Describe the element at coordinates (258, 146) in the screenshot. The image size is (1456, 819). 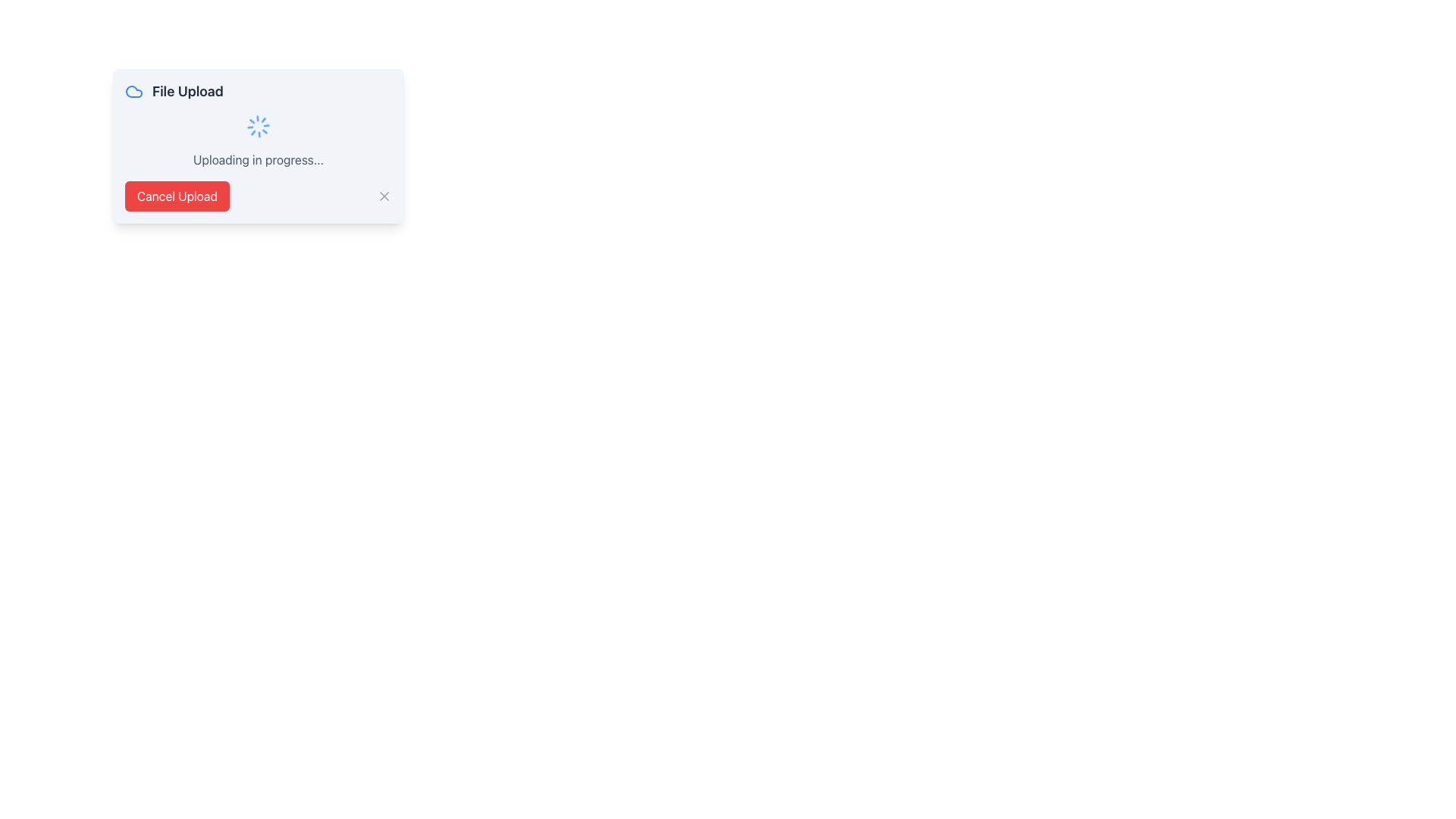
I see `the spinning loader animation displayed in the notification modal dialog indicating the status of a file upload operation` at that location.